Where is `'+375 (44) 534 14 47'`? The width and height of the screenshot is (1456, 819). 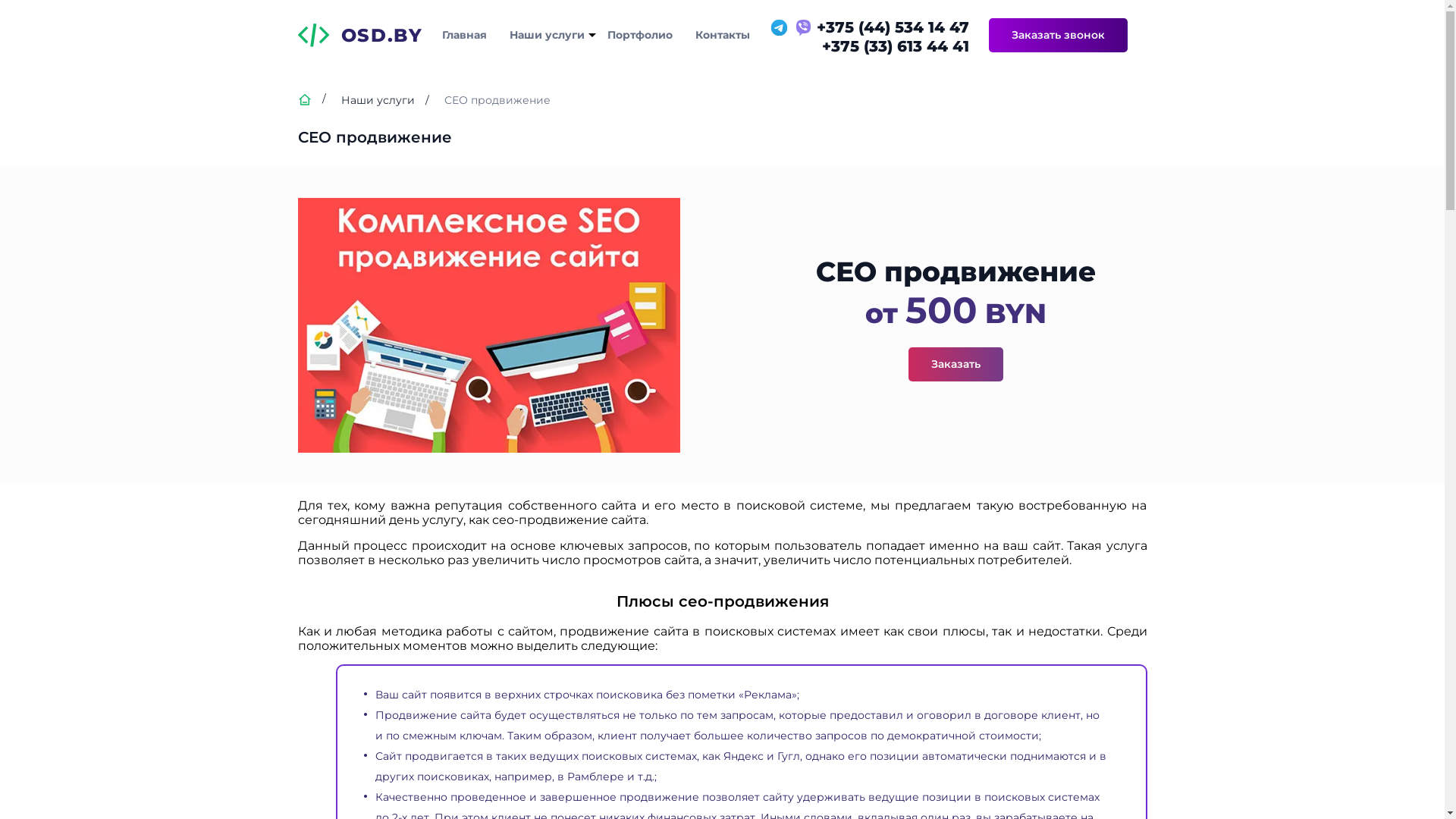
'+375 (44) 534 14 47' is located at coordinates (869, 27).